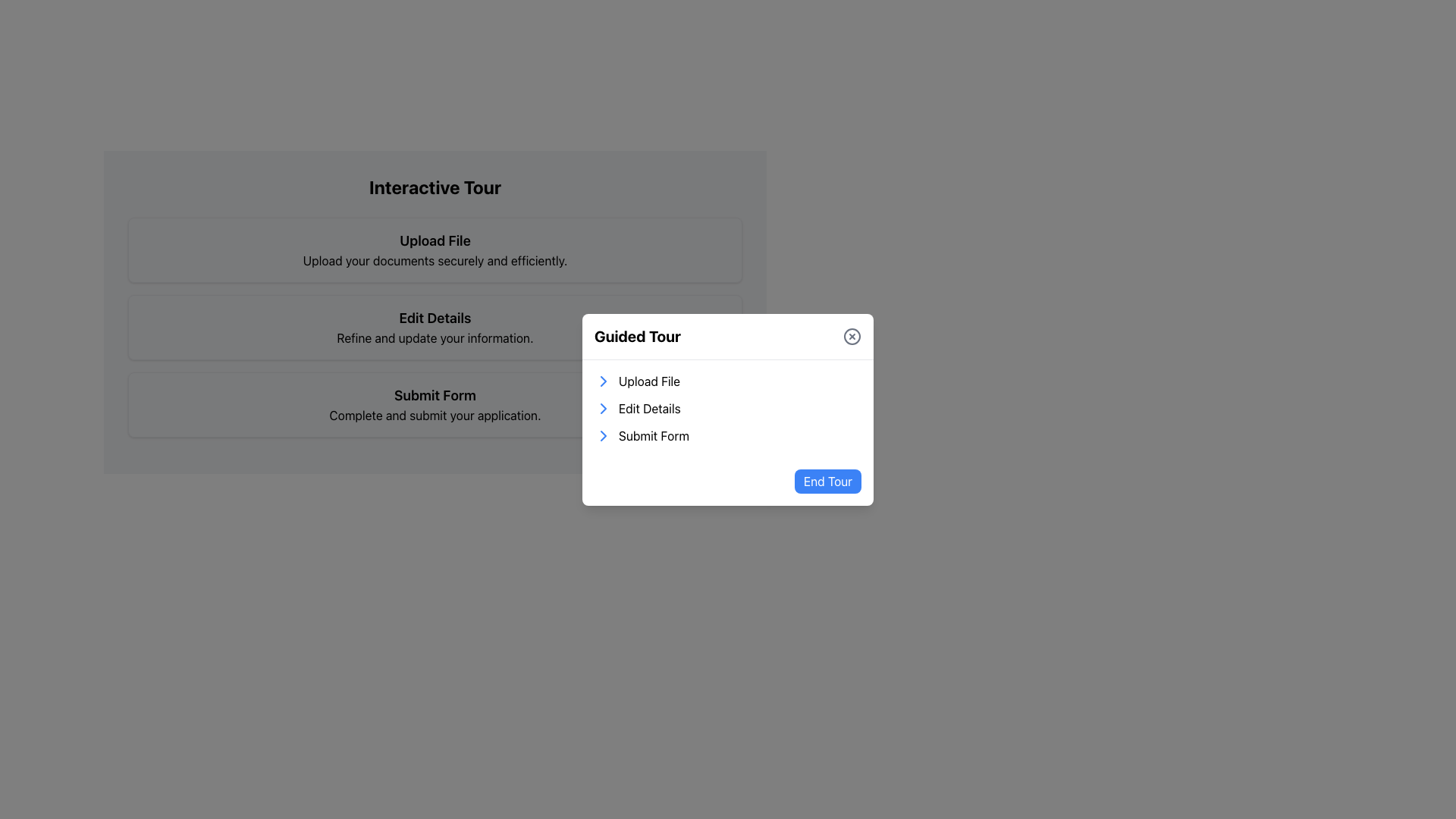  I want to click on the text label stating 'Refine and update your information.' which is centrally located in the second section of the vertical stack, so click(435, 337).